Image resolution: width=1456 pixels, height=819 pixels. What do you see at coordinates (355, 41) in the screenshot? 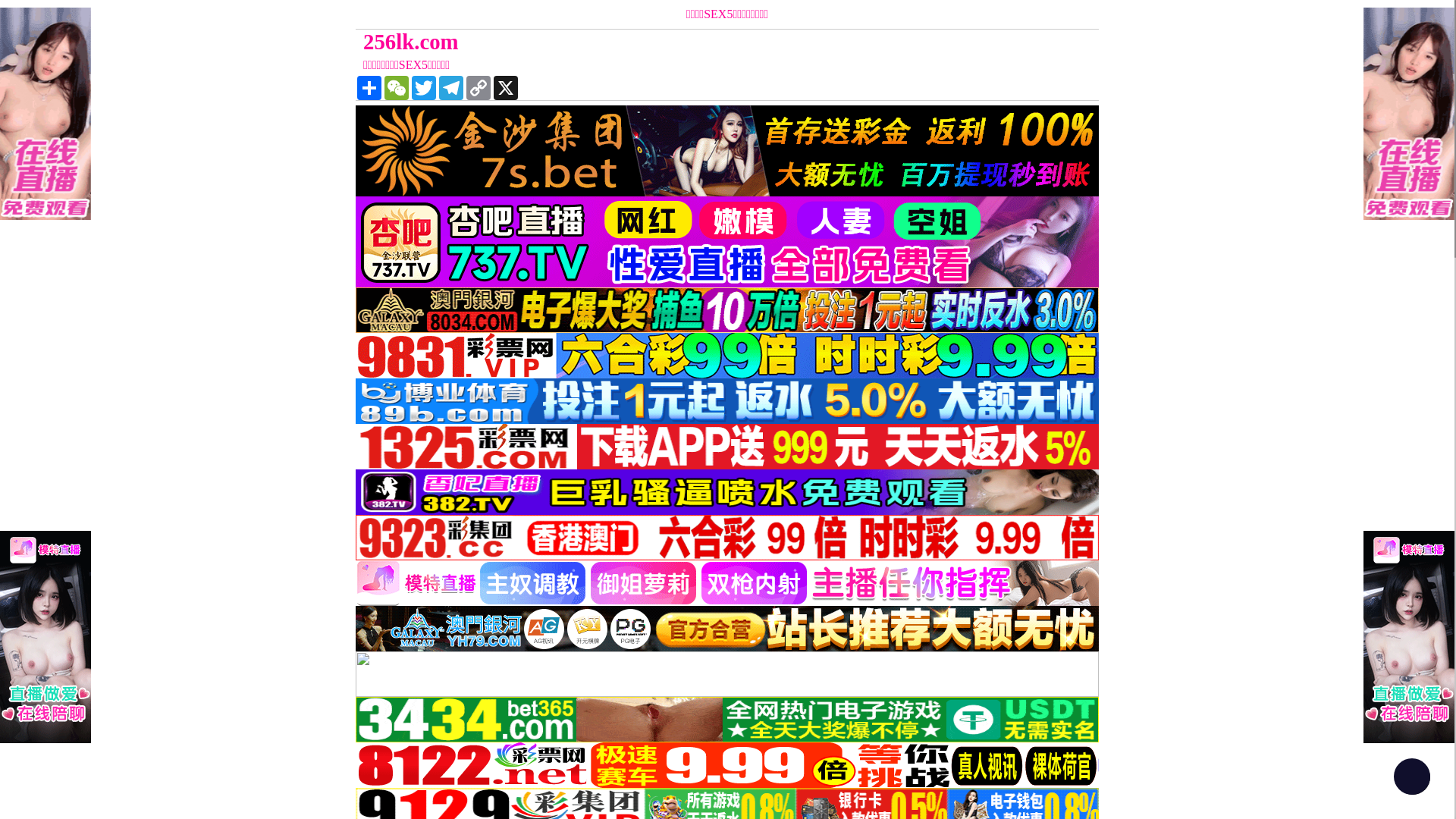
I see `'256lk.com'` at bounding box center [355, 41].